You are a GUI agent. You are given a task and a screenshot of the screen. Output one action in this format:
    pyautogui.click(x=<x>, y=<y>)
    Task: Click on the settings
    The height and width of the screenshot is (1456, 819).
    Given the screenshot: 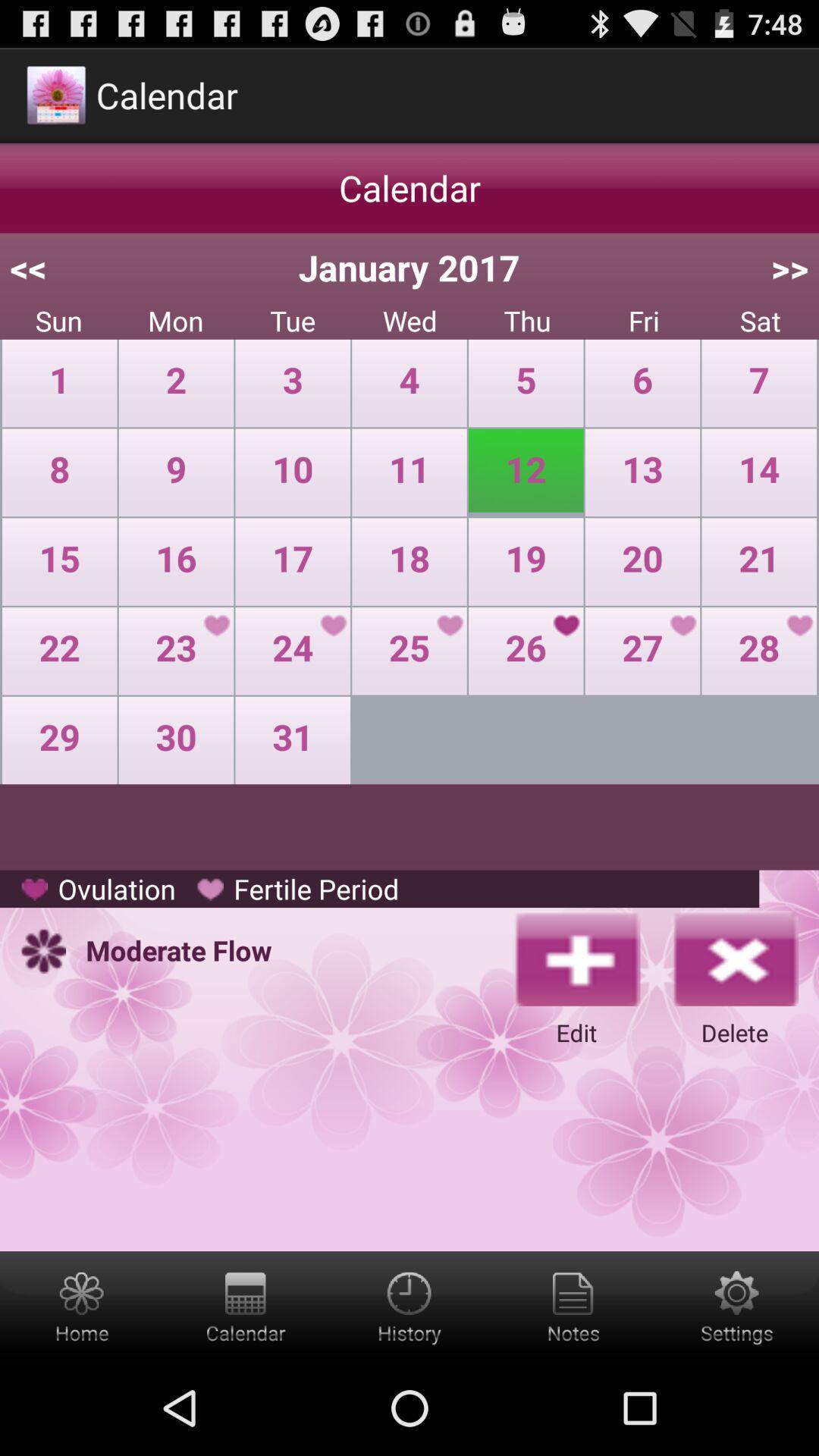 What is the action you would take?
    pyautogui.click(x=736, y=1305)
    